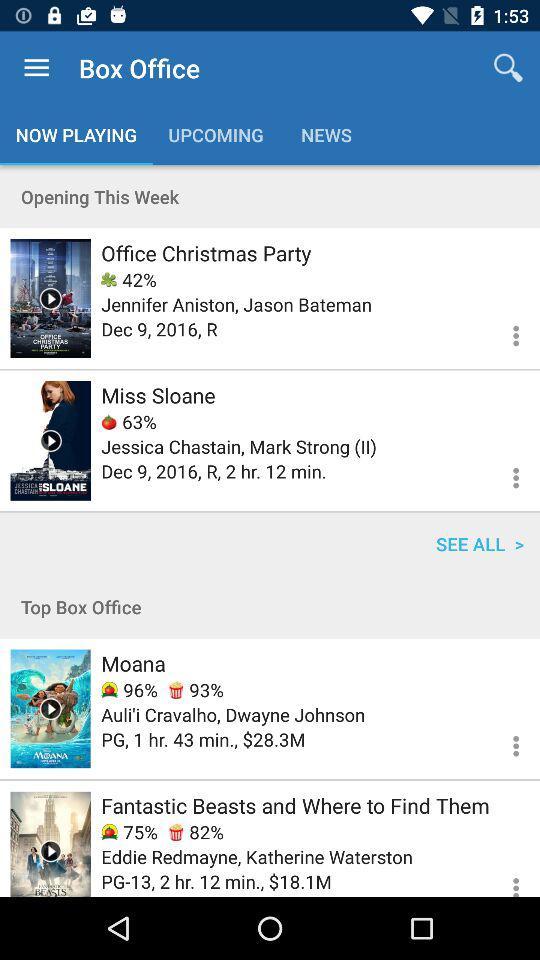 The width and height of the screenshot is (540, 960). I want to click on the movie trailer, so click(50, 297).